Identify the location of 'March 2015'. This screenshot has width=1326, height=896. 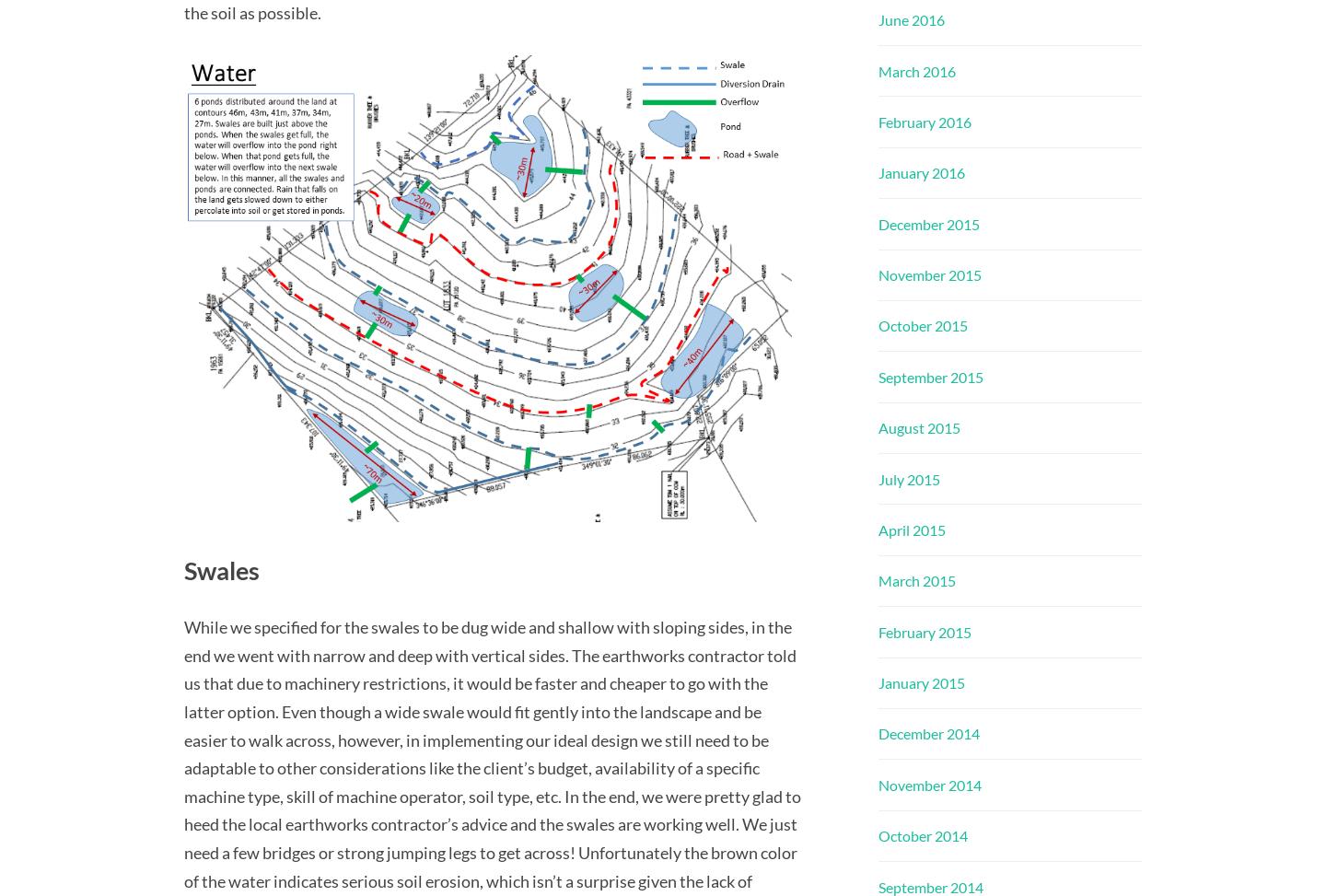
(916, 579).